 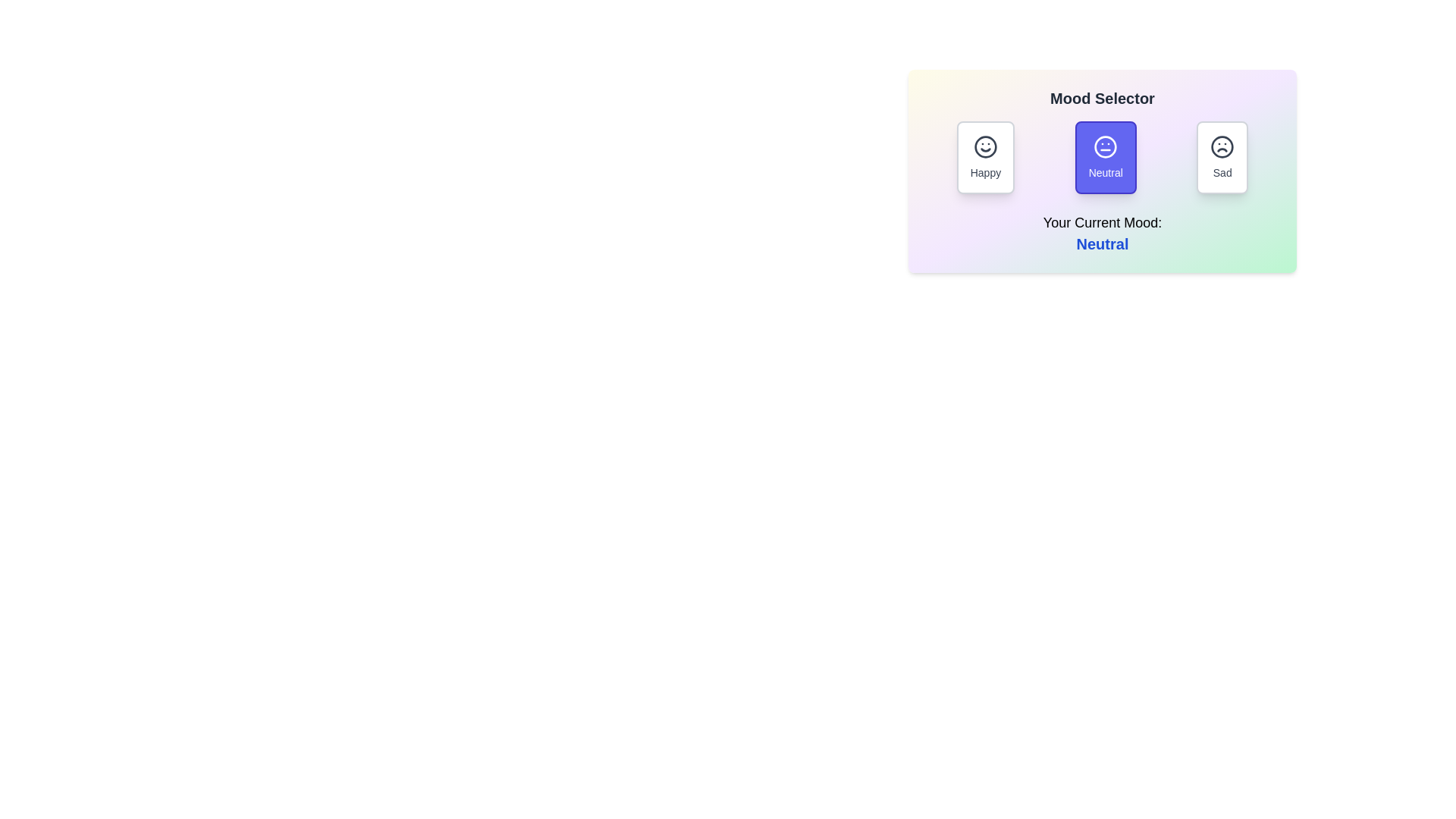 I want to click on the text label indicating the user's current mood, which is positioned below the mood buttons and above the word 'Neutral' in the 'Mood Selector' interface, so click(x=1103, y=222).